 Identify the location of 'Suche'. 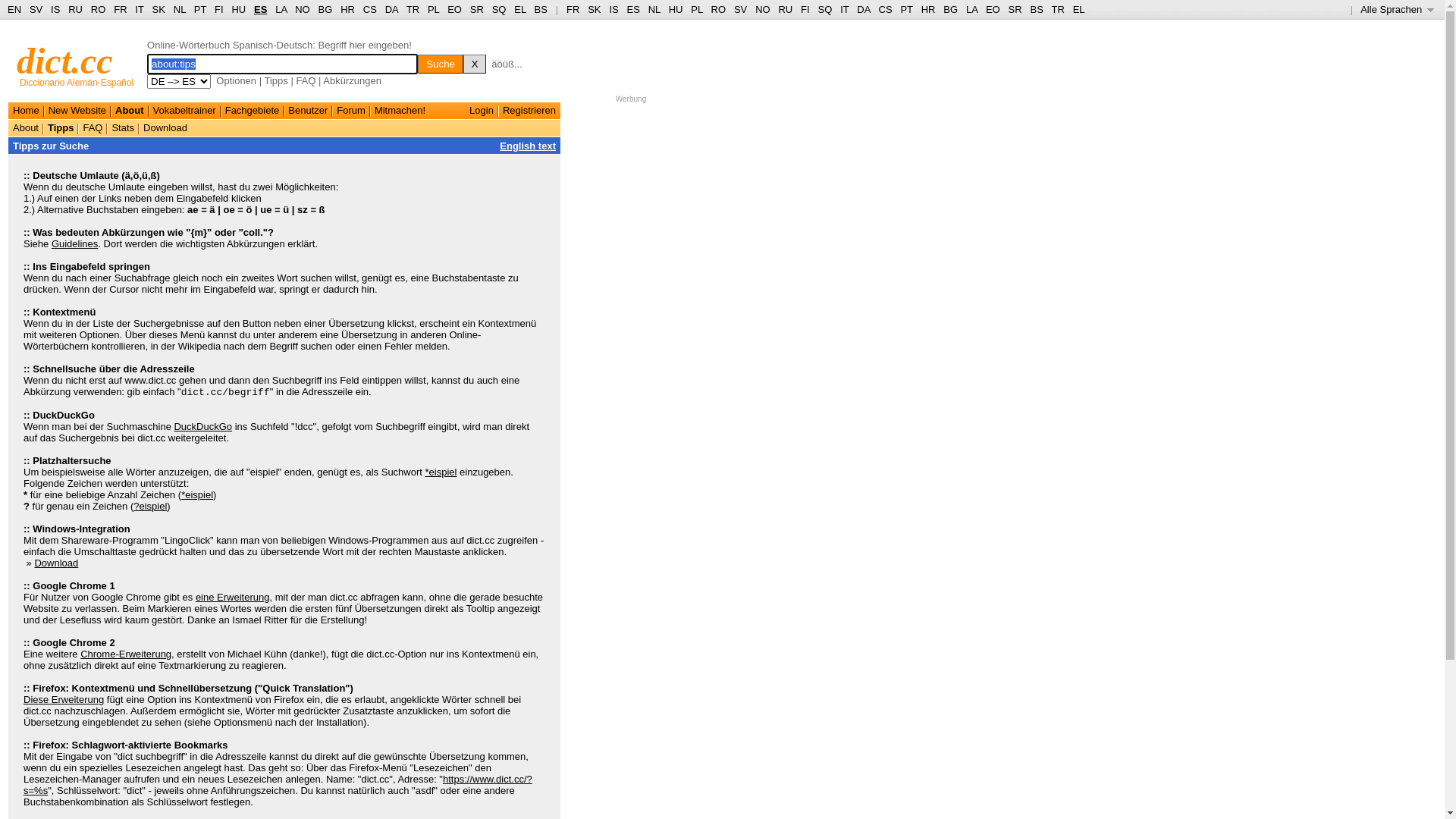
(439, 63).